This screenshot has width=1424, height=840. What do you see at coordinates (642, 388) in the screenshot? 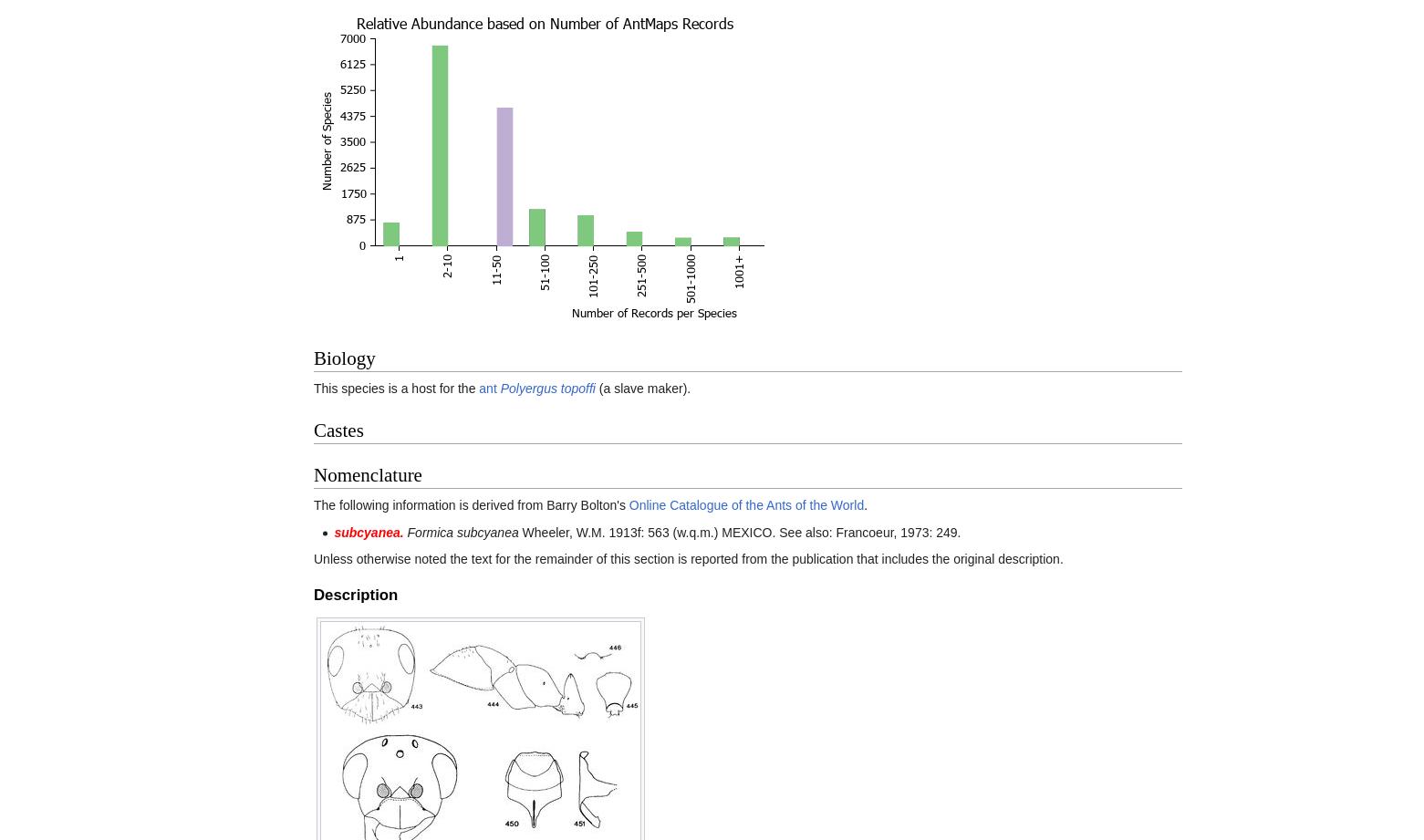
I see `'(a slave maker).'` at bounding box center [642, 388].